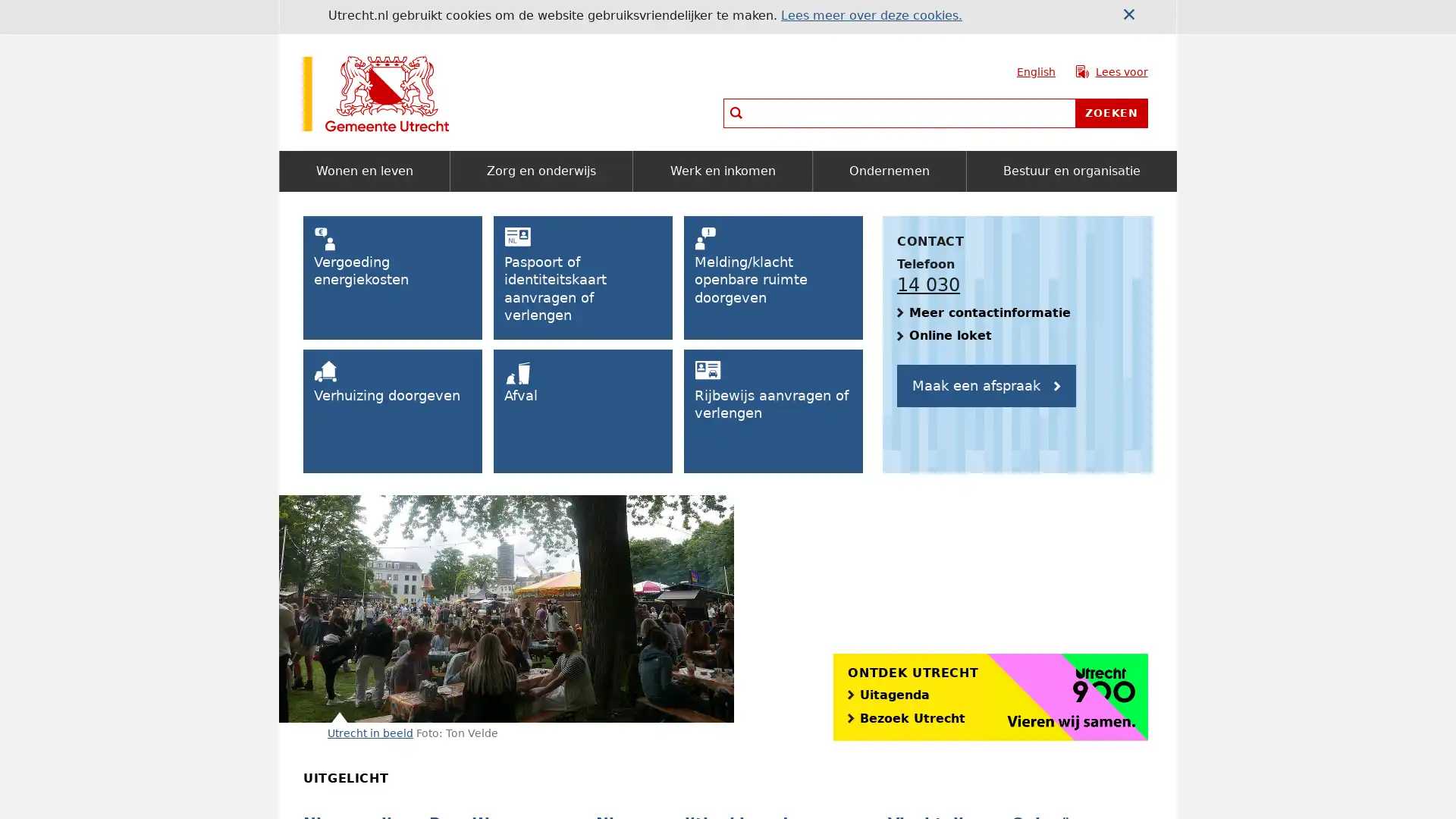 The image size is (1456, 819). Describe the element at coordinates (1111, 72) in the screenshot. I see `Lees voor` at that location.